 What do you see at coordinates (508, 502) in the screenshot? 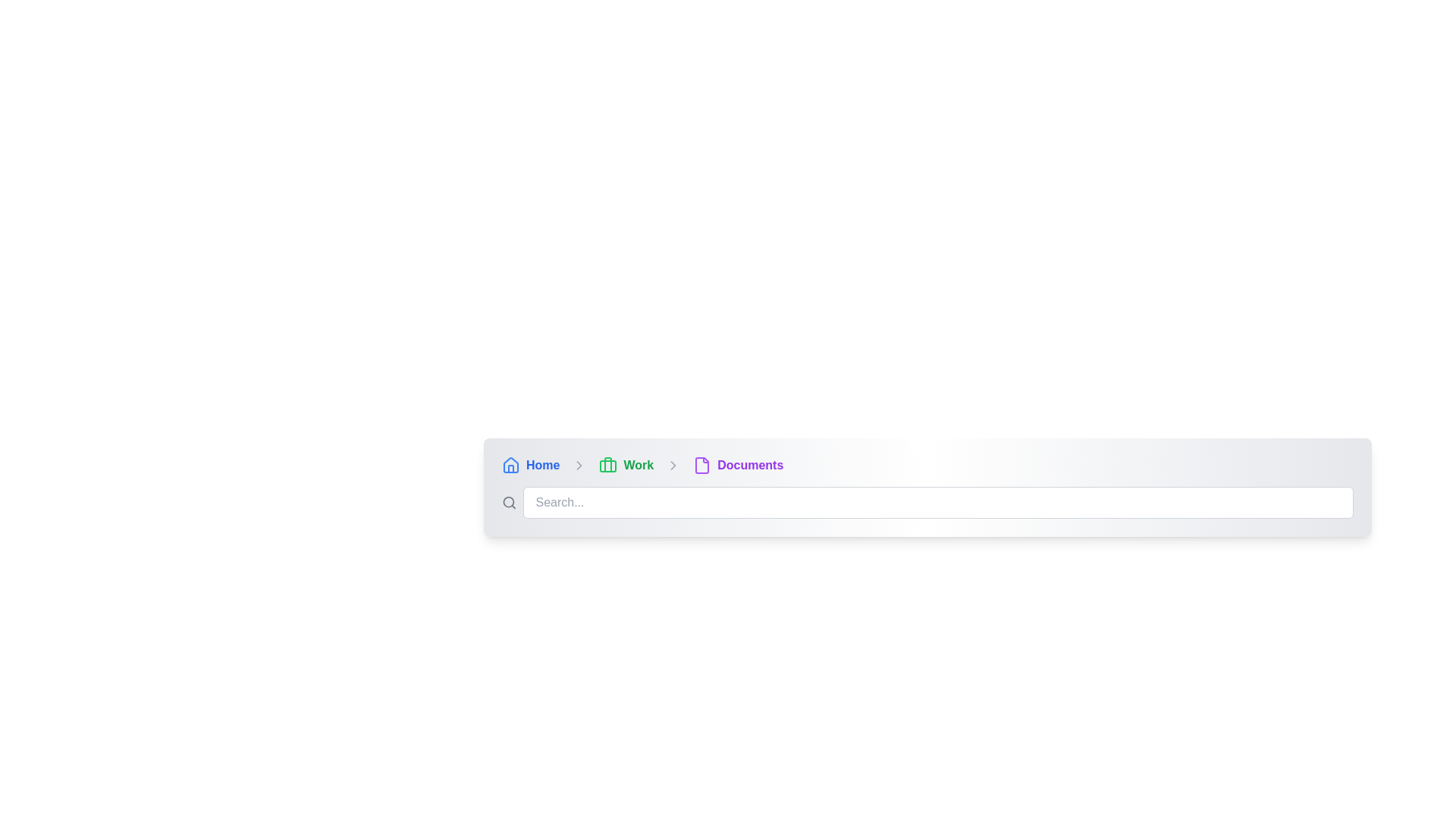
I see `the lens component of the search button's magnifying glass icon, which is located adjacent to the input field for searching, on the right side of a navigation breadcrumb` at bounding box center [508, 502].